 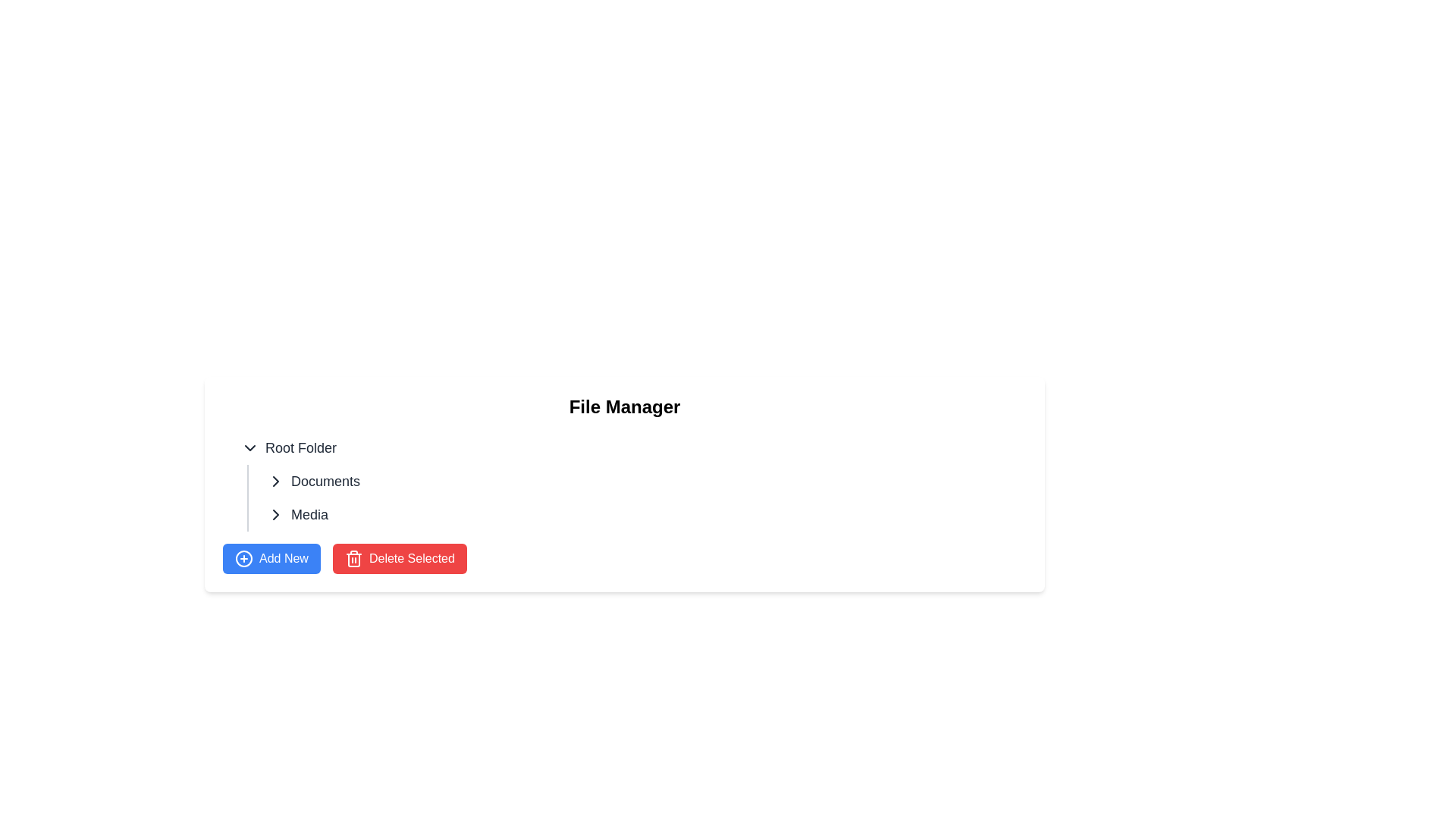 I want to click on the small icon marker resembling a rightward-facing chevron arrow located to the left of the 'Media' label, so click(x=276, y=513).